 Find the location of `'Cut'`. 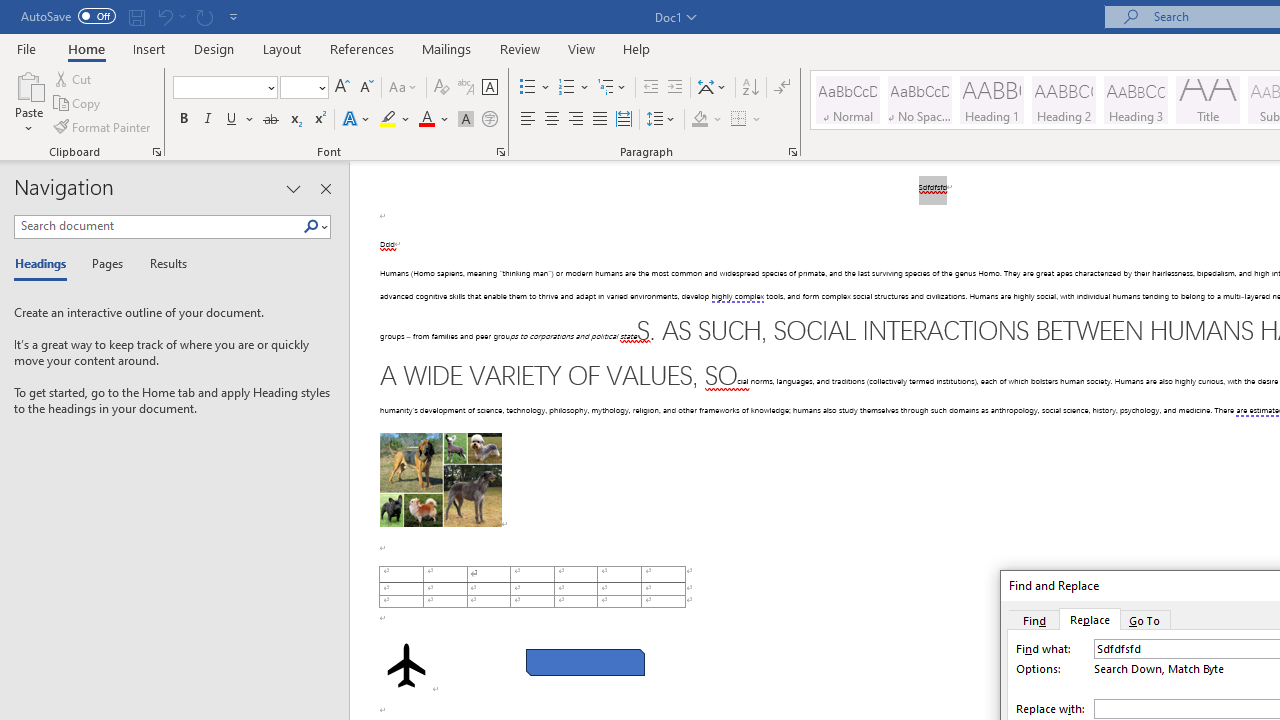

'Cut' is located at coordinates (74, 78).